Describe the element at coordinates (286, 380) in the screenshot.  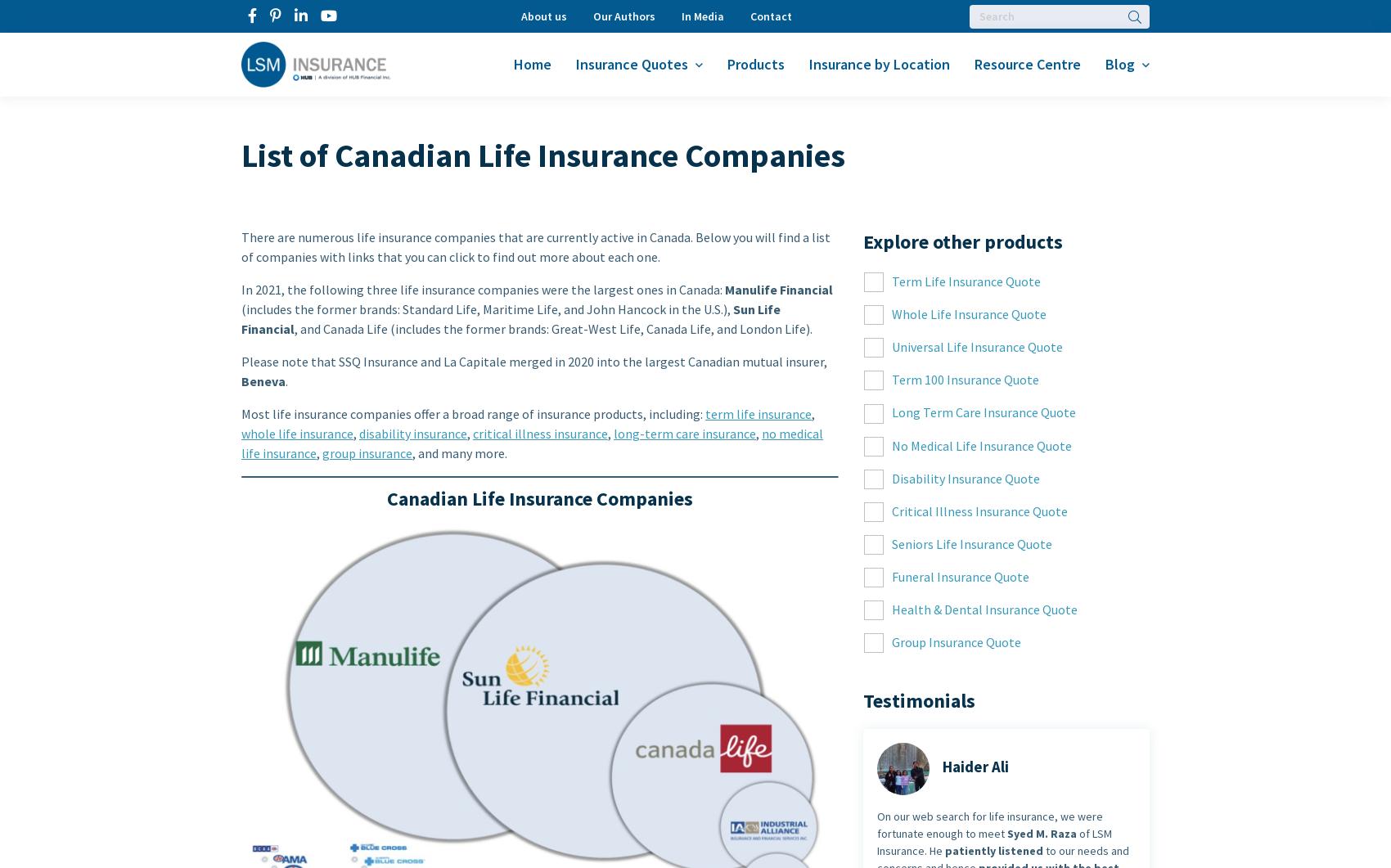
I see `'.'` at that location.